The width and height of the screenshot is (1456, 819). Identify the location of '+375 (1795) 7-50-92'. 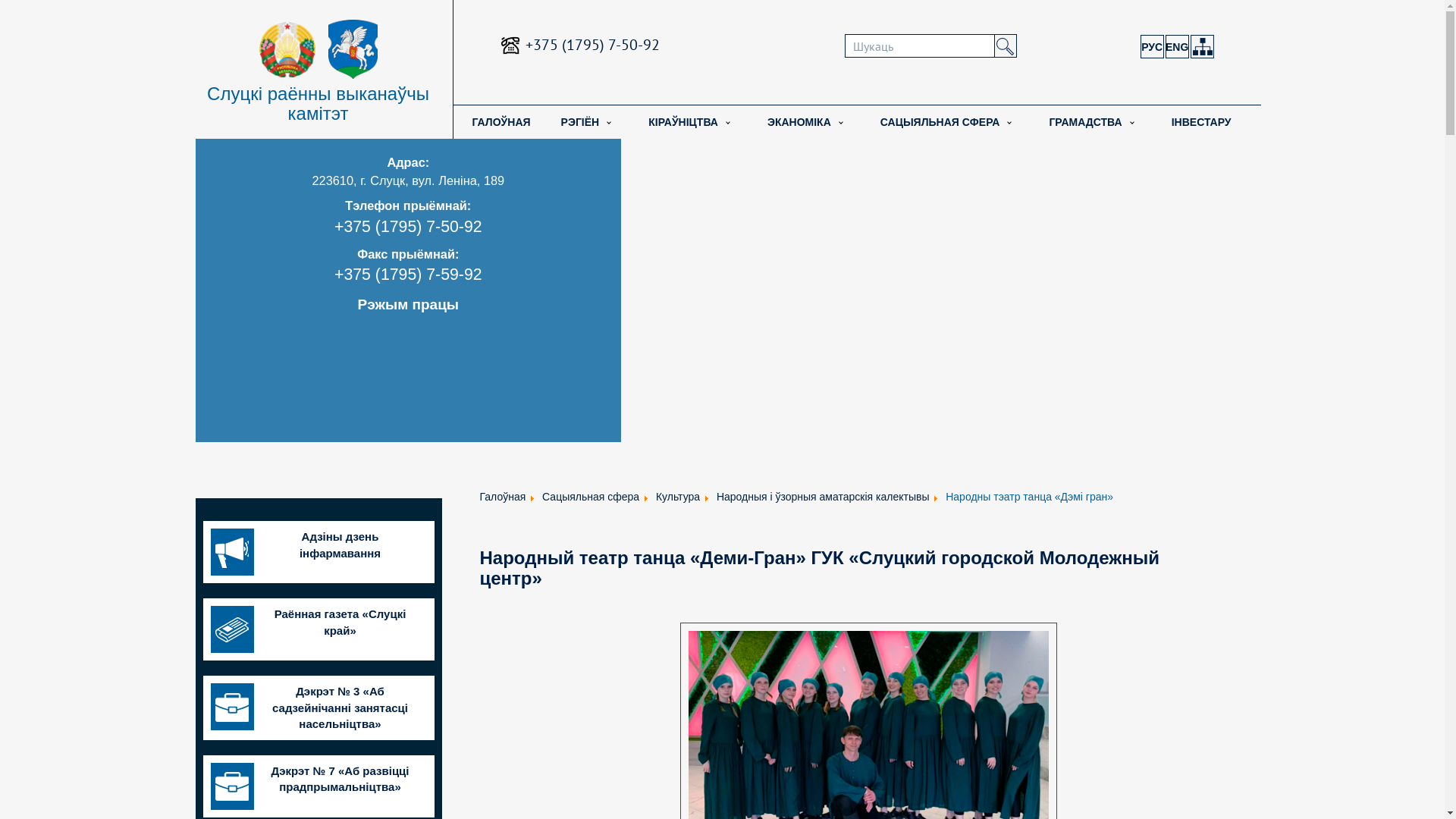
(591, 43).